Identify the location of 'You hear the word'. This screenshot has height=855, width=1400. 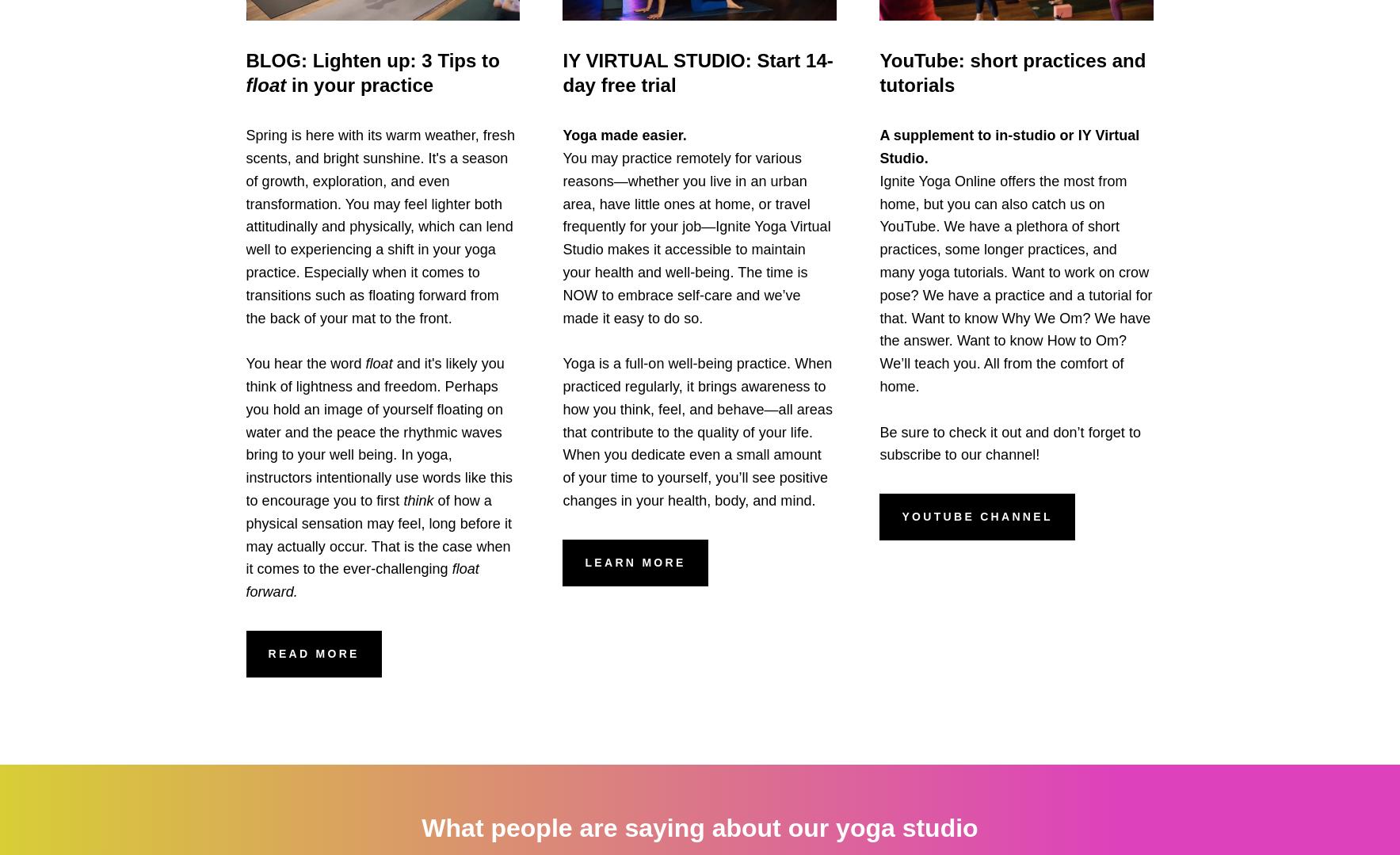
(305, 363).